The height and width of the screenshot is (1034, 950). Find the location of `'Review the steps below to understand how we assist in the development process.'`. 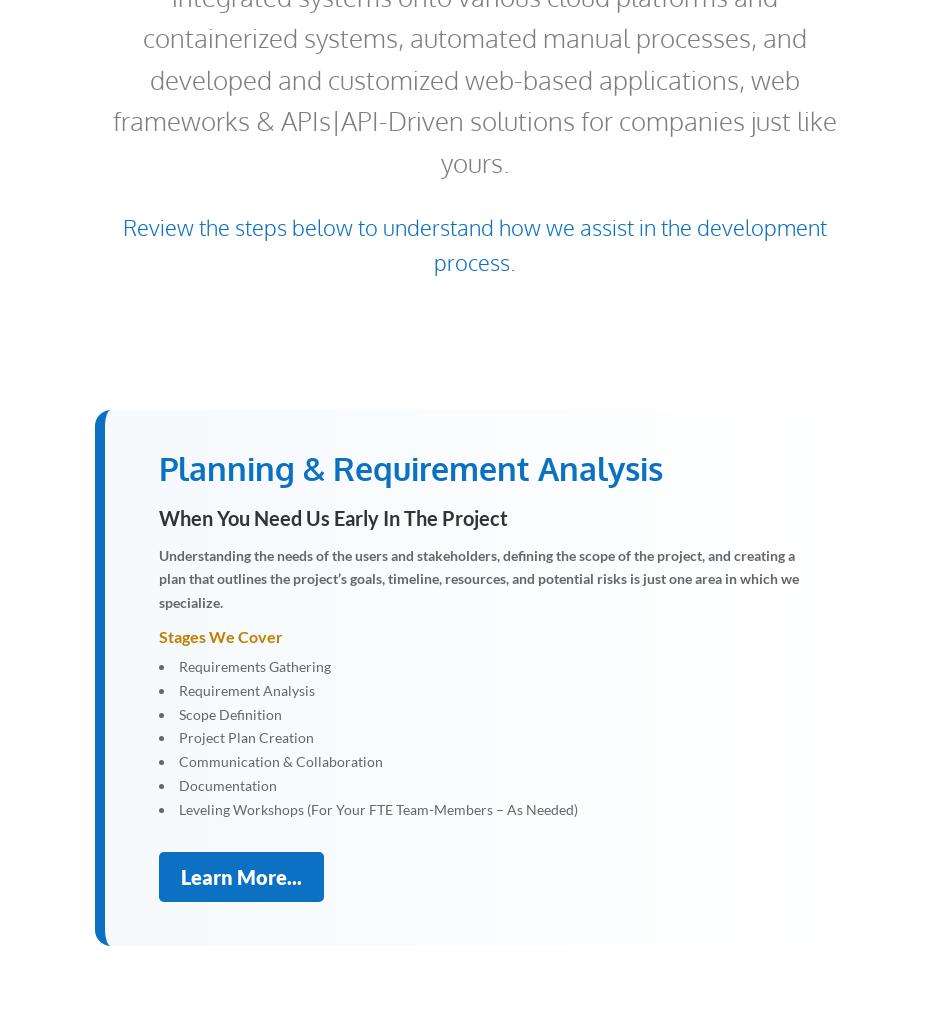

'Review the steps below to understand how we assist in the development process.' is located at coordinates (475, 243).